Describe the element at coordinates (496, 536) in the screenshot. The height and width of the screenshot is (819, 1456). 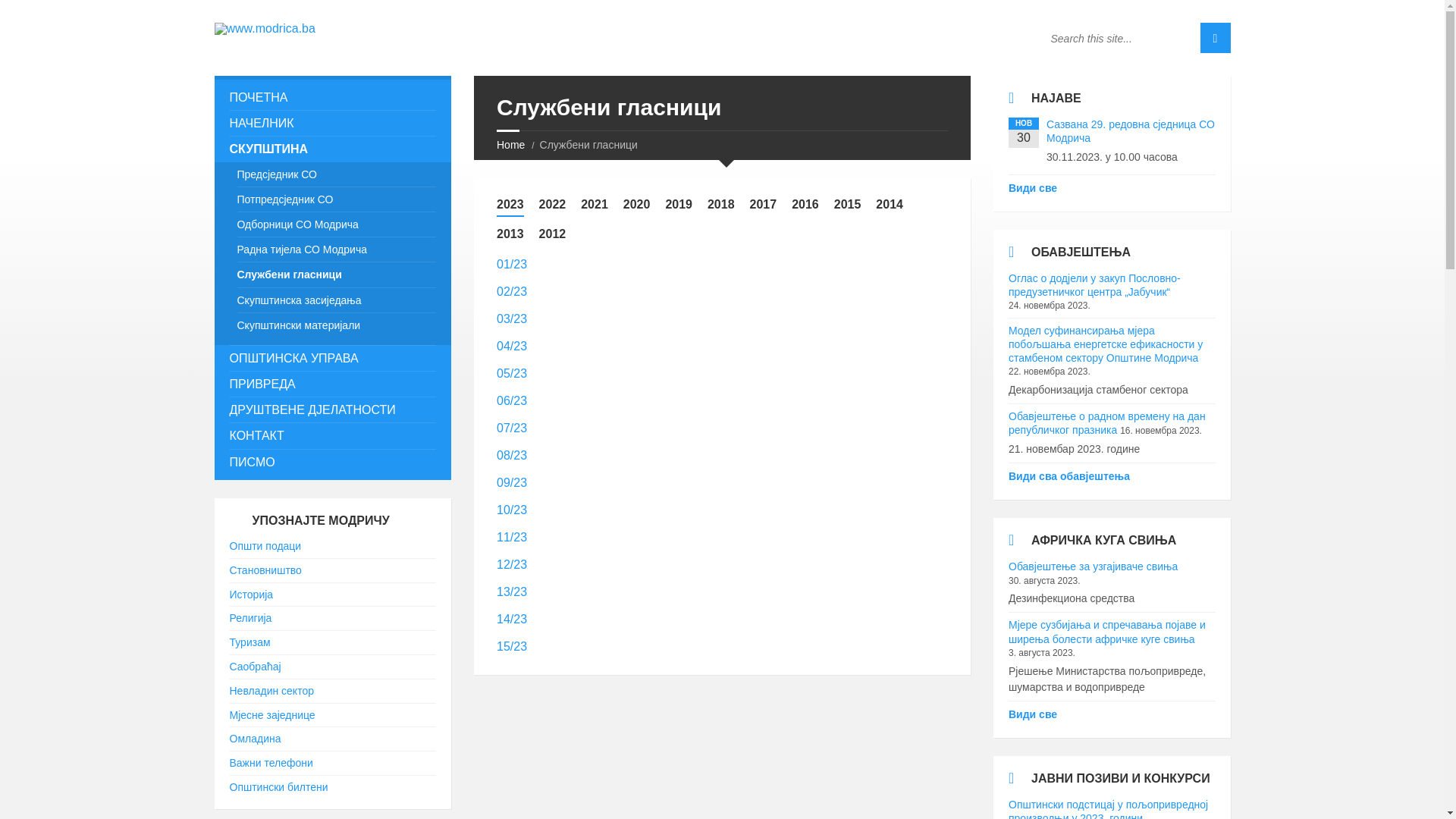
I see `'11/23'` at that location.